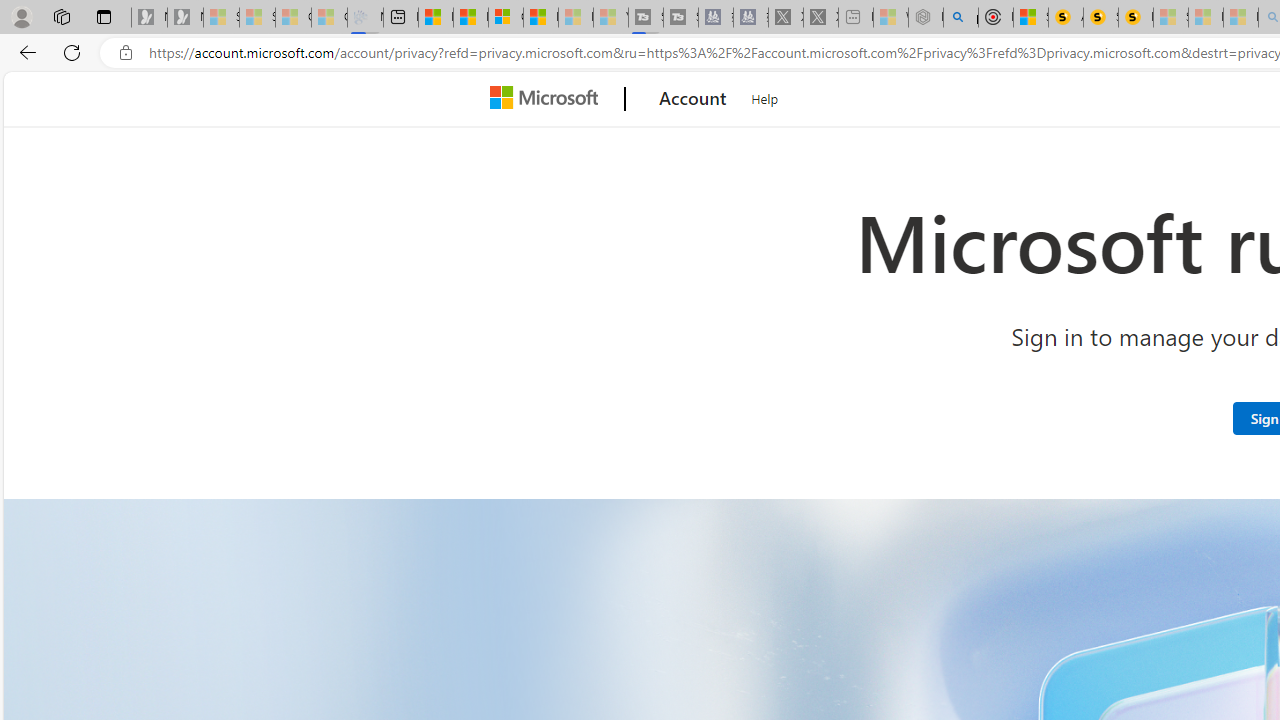 Image resolution: width=1280 pixels, height=720 pixels. I want to click on 'Microsoft', so click(548, 99).